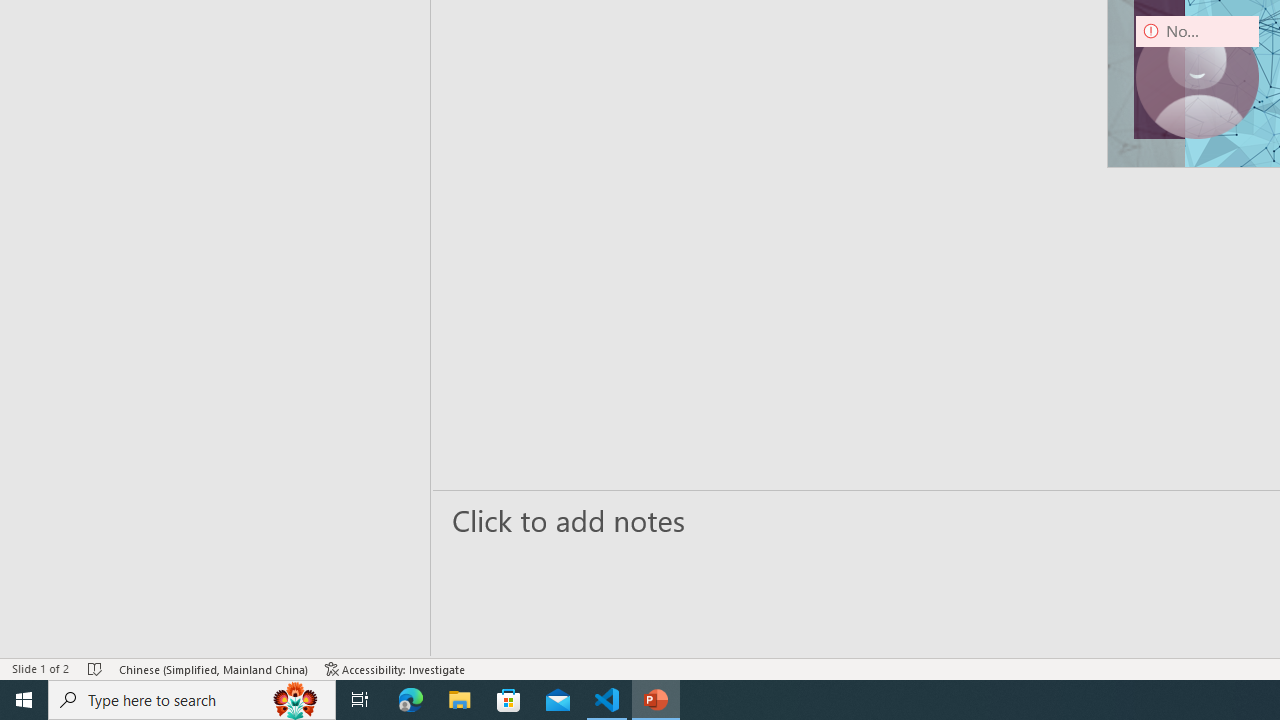 The image size is (1280, 720). Describe the element at coordinates (1197, 76) in the screenshot. I see `'Camera 9, No camera detected.'` at that location.